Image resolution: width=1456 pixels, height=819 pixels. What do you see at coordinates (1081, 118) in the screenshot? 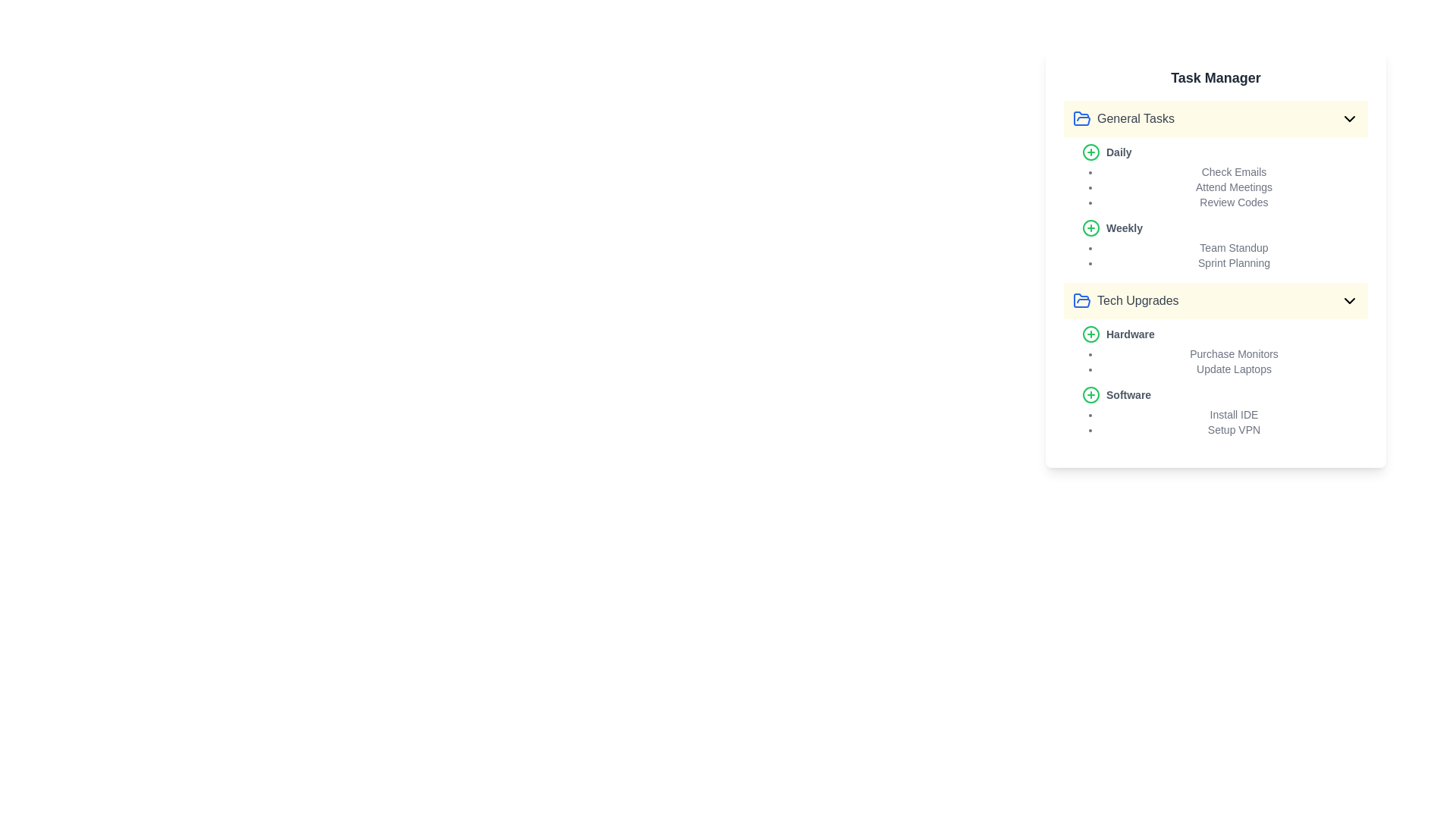
I see `the folder icon with a blue outline located to the left of the 'General Tasks' text label in the 'General Tasks' section header` at bounding box center [1081, 118].